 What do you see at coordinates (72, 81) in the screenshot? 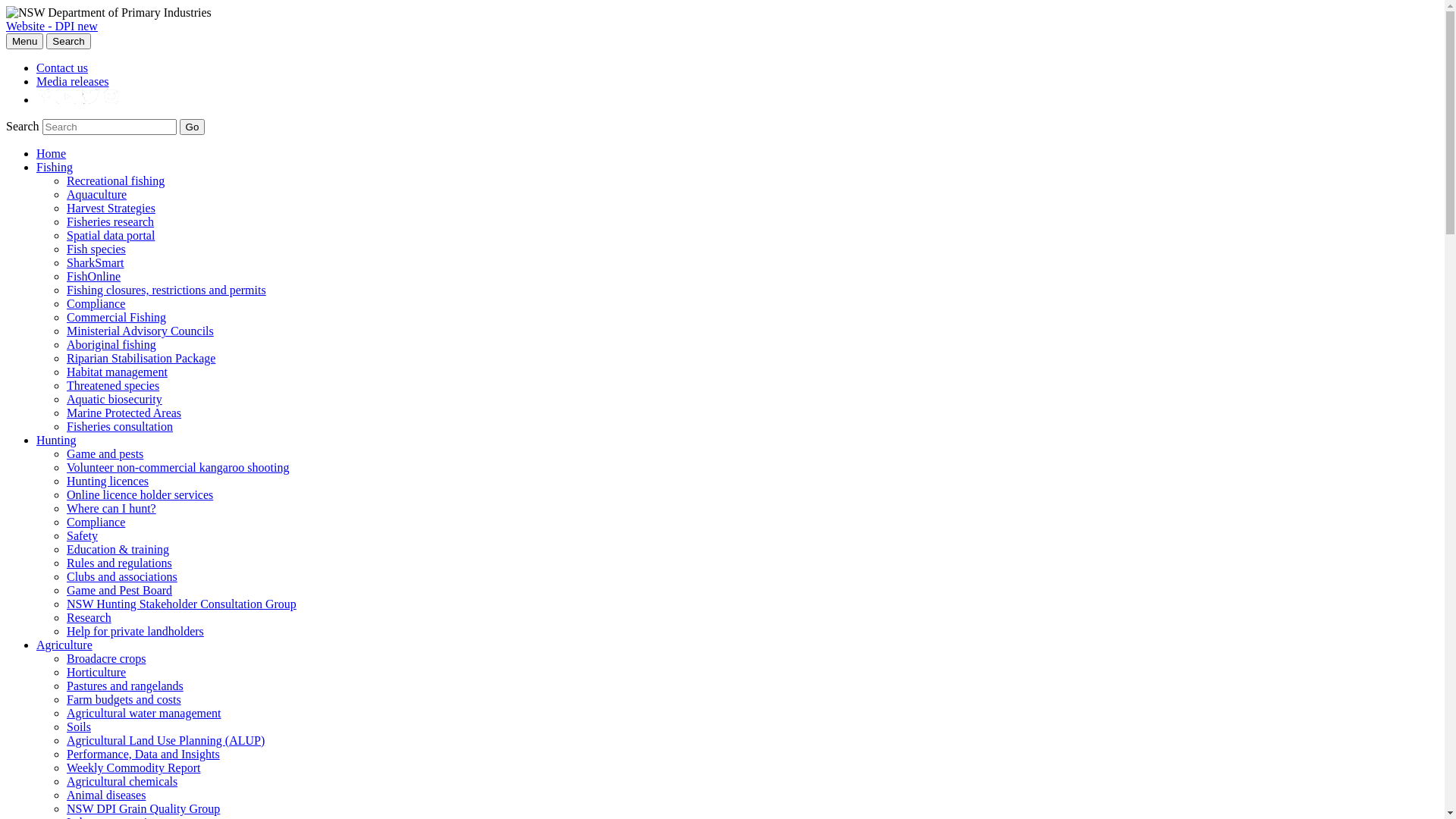
I see `'Media releases'` at bounding box center [72, 81].